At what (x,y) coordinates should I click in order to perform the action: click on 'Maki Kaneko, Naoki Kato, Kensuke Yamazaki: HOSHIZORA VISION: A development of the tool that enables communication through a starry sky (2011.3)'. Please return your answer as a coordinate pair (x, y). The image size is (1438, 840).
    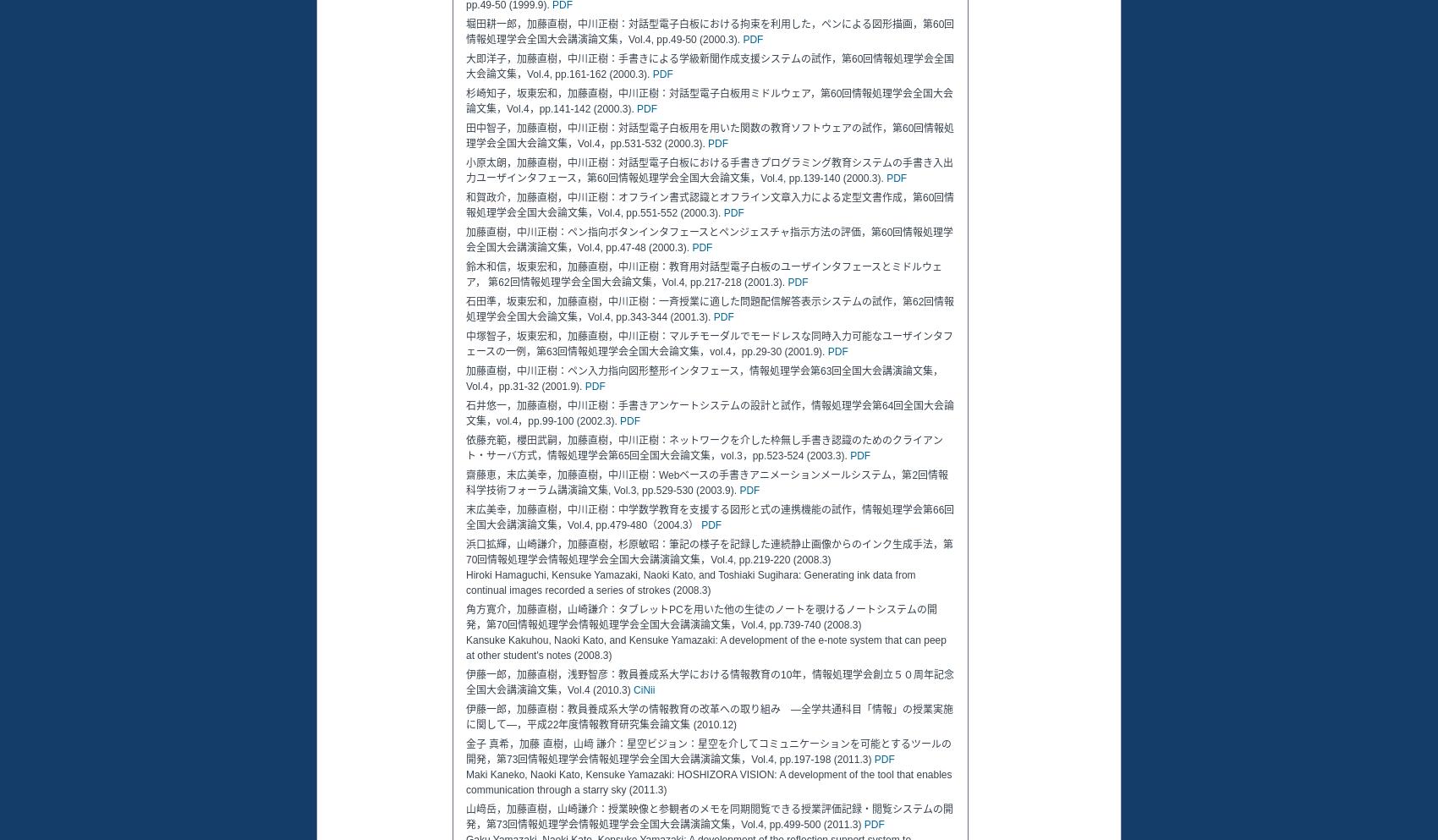
    Looking at the image, I should click on (707, 781).